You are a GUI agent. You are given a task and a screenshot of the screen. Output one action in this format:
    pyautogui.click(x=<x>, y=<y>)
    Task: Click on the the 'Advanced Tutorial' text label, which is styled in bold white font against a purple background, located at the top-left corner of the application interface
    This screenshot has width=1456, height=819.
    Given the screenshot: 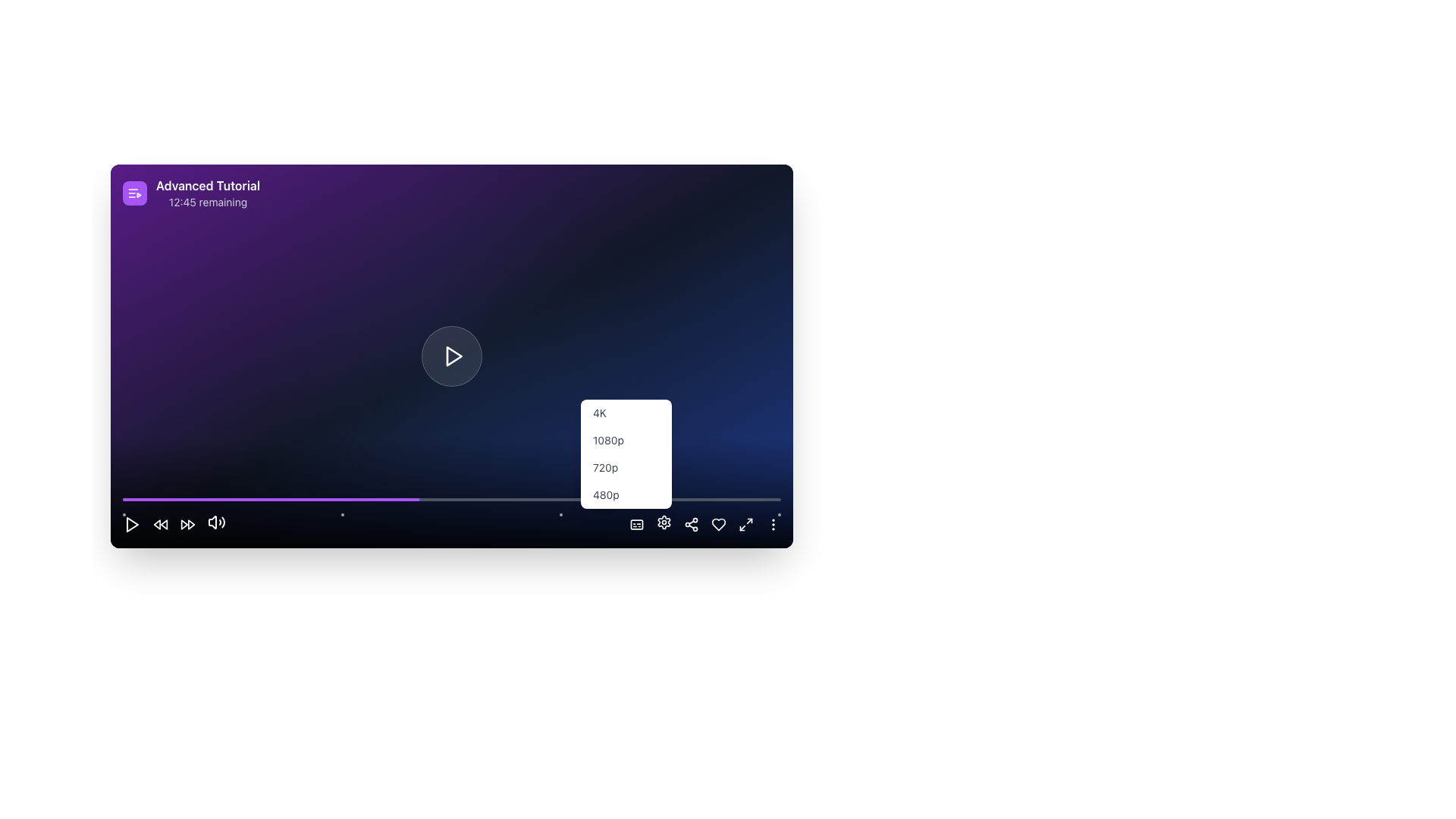 What is the action you would take?
    pyautogui.click(x=207, y=185)
    